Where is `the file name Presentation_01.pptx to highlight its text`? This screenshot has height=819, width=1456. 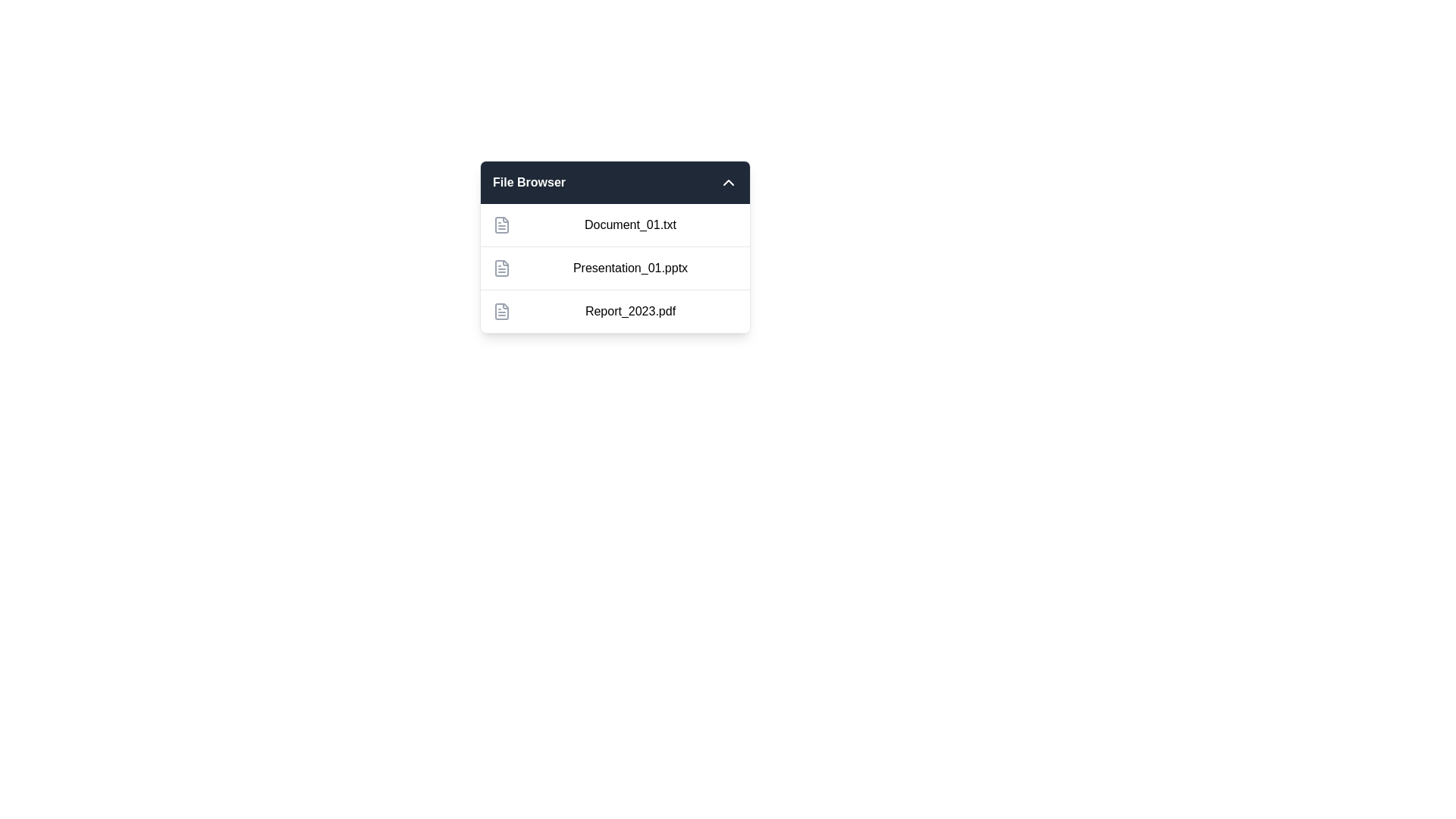
the file name Presentation_01.pptx to highlight its text is located at coordinates (615, 267).